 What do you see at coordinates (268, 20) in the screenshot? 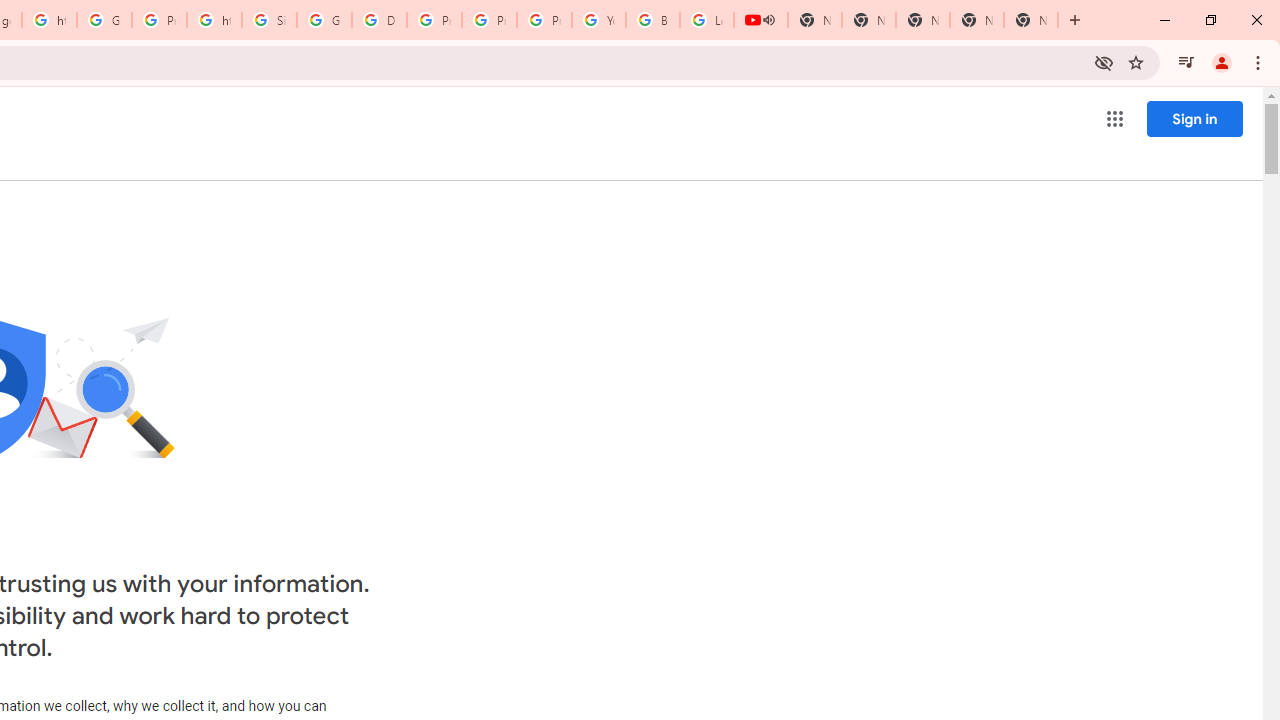
I see `'Sign in - Google Accounts'` at bounding box center [268, 20].